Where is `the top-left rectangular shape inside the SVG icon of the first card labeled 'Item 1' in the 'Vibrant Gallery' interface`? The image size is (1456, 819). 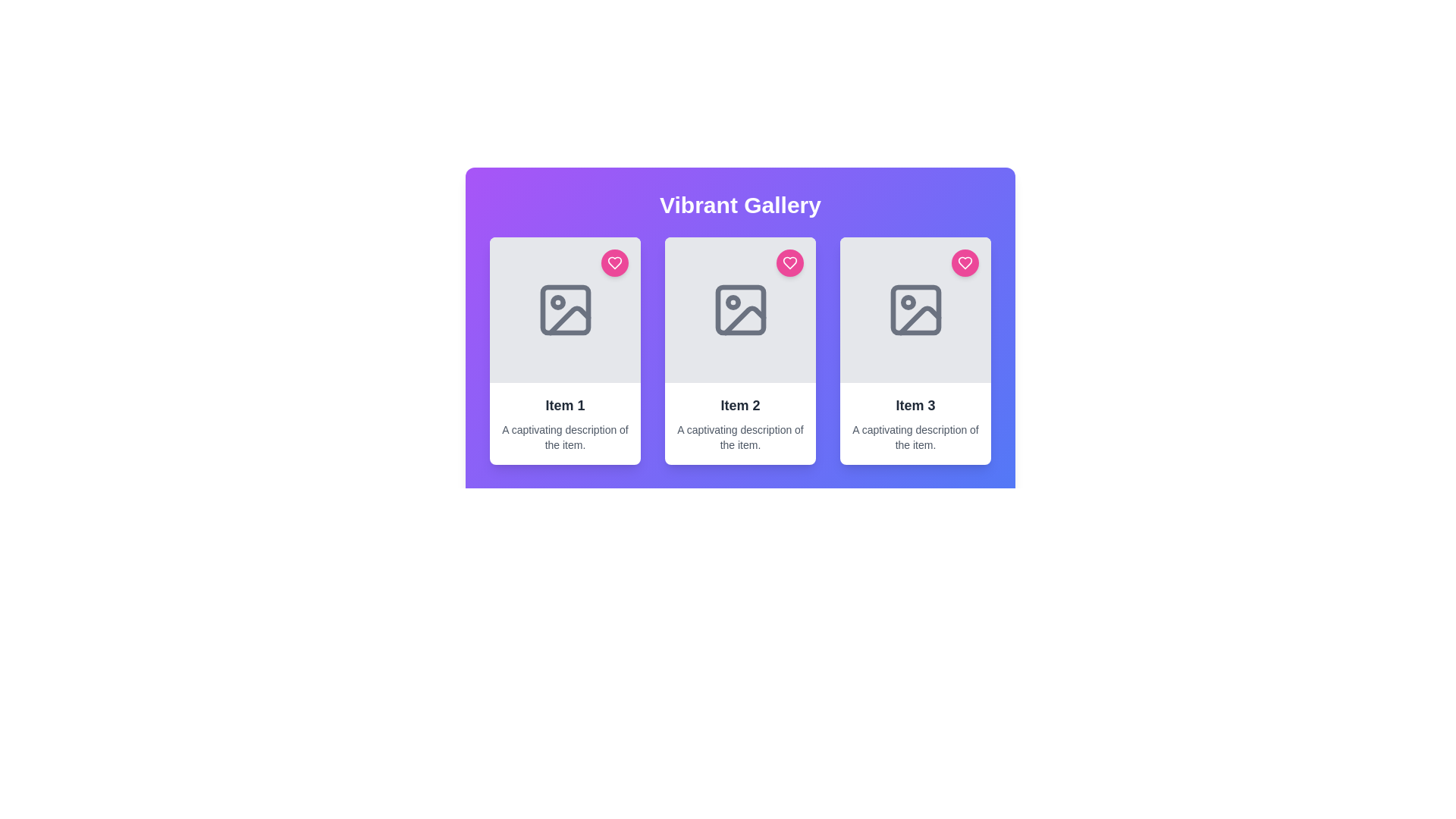 the top-left rectangular shape inside the SVG icon of the first card labeled 'Item 1' in the 'Vibrant Gallery' interface is located at coordinates (564, 309).